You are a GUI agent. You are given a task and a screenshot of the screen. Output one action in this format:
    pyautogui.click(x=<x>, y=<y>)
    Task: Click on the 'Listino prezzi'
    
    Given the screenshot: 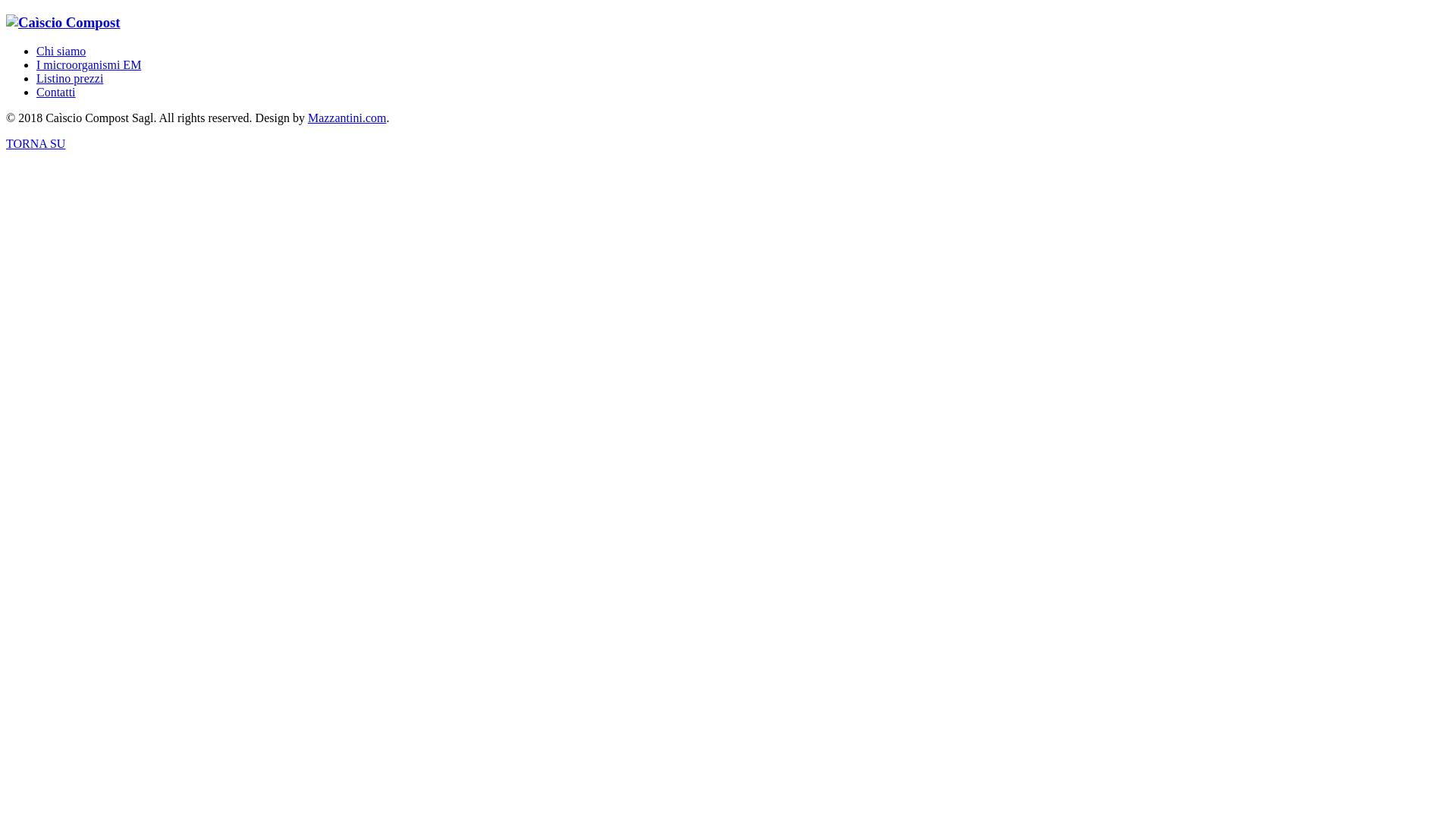 What is the action you would take?
    pyautogui.click(x=68, y=78)
    